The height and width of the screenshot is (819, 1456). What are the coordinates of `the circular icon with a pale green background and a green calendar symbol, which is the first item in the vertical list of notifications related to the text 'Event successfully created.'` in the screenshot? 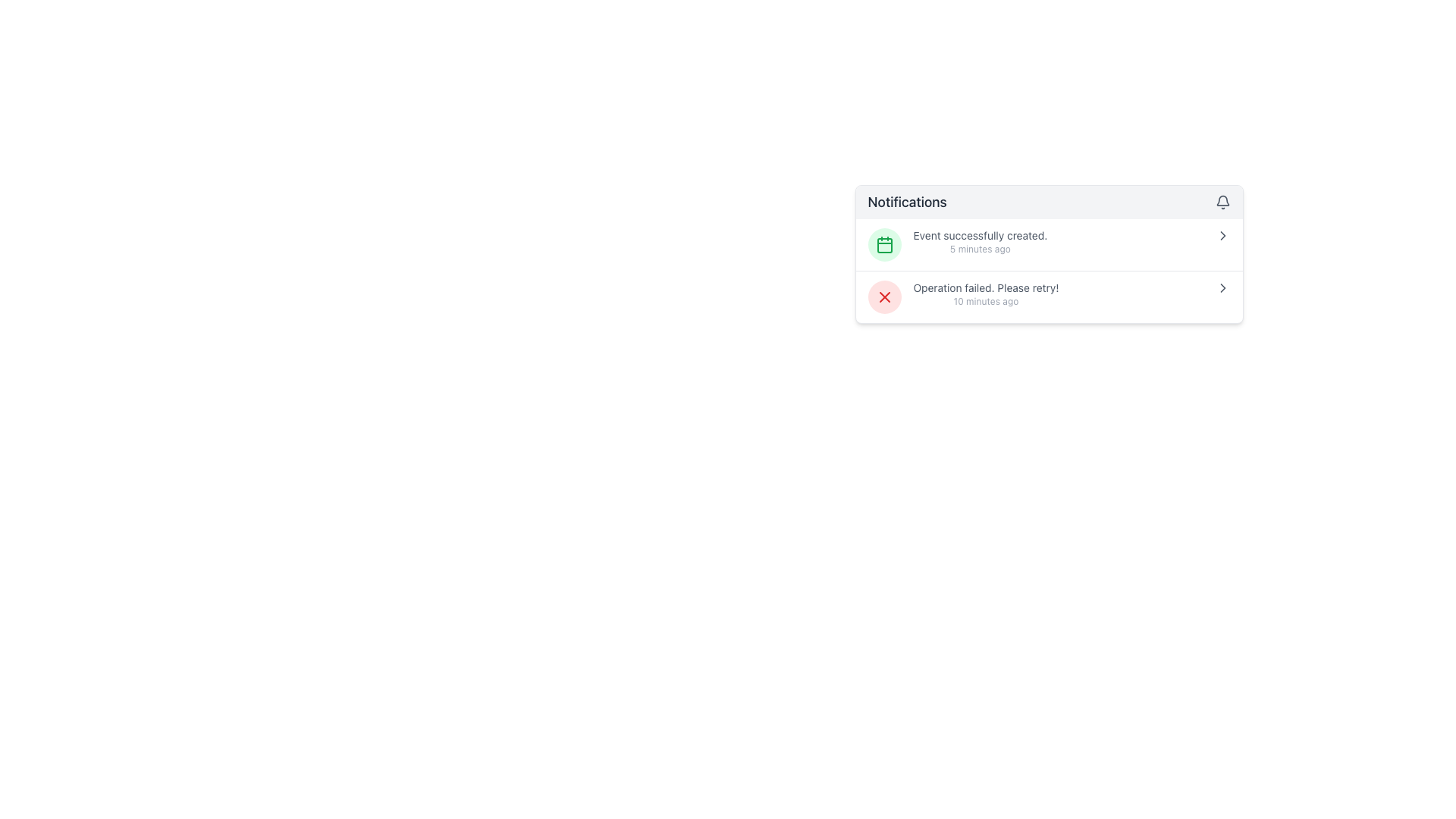 It's located at (884, 244).